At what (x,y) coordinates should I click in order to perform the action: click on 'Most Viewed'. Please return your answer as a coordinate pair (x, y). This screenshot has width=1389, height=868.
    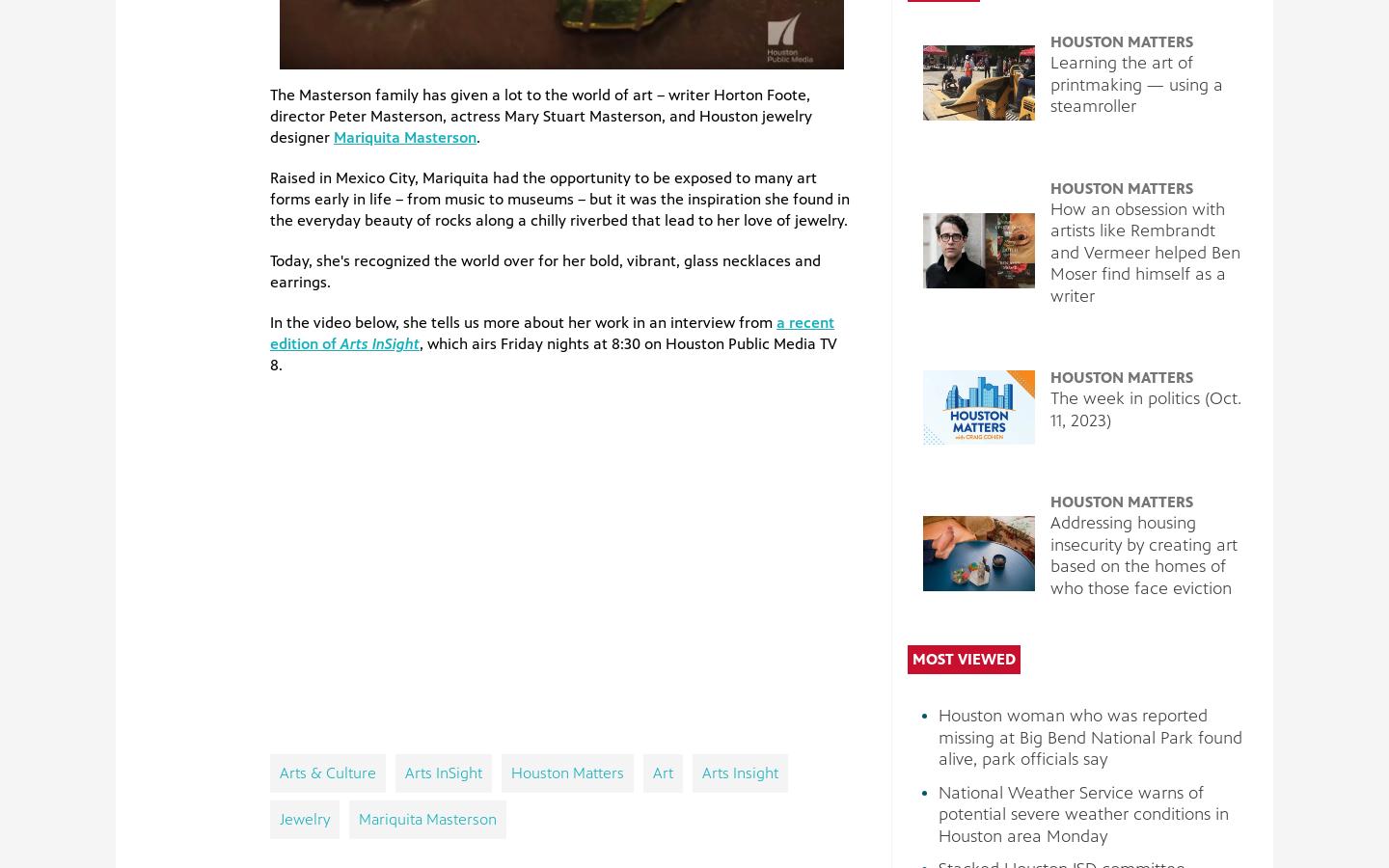
    Looking at the image, I should click on (963, 658).